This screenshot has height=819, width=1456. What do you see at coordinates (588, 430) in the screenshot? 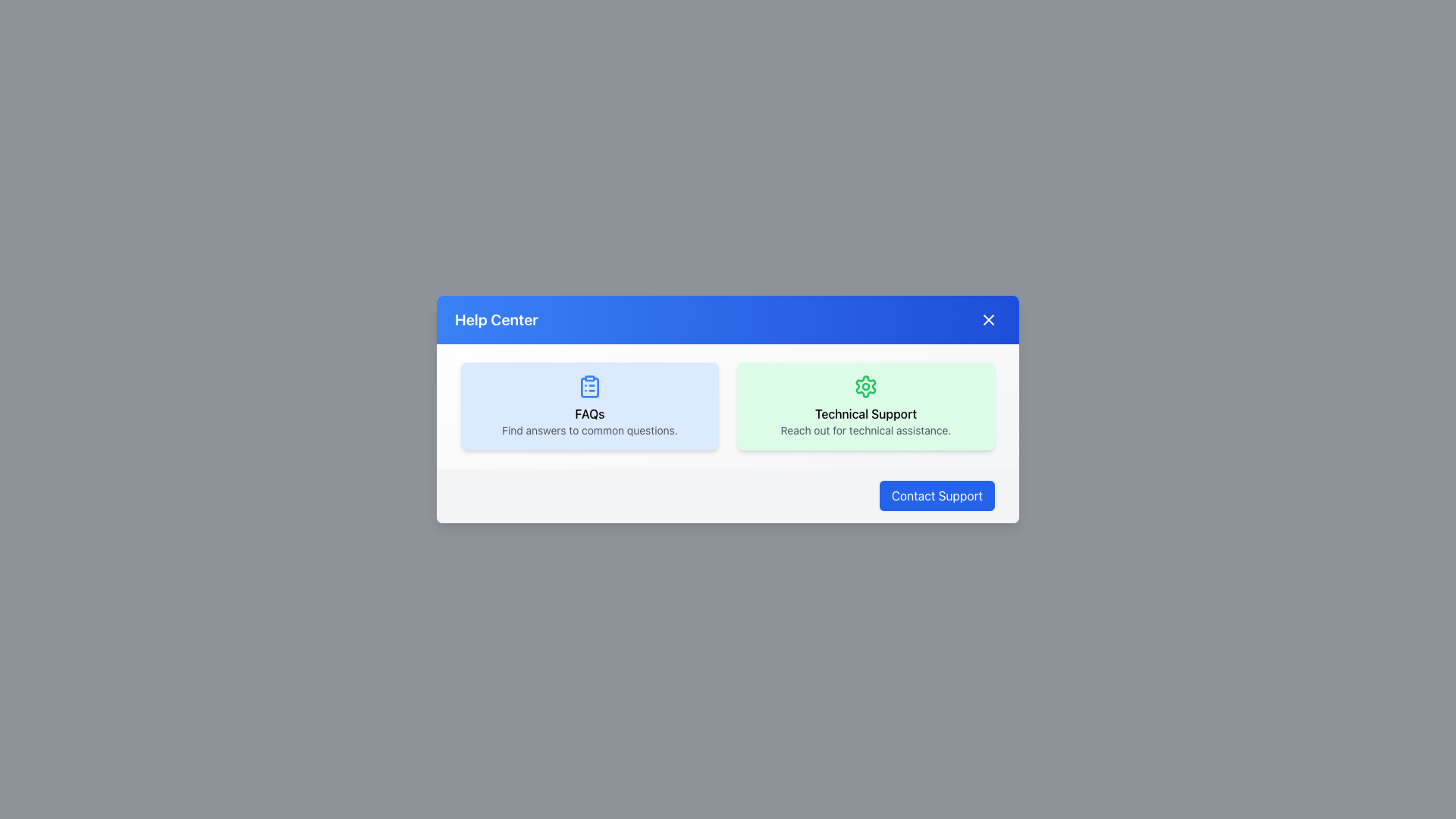
I see `the static text that serves as a brief description for the 'FAQs' section located in the bottom section of the 'Help Center' interface, centered below the title 'FAQs' and a clipboard icon` at bounding box center [588, 430].